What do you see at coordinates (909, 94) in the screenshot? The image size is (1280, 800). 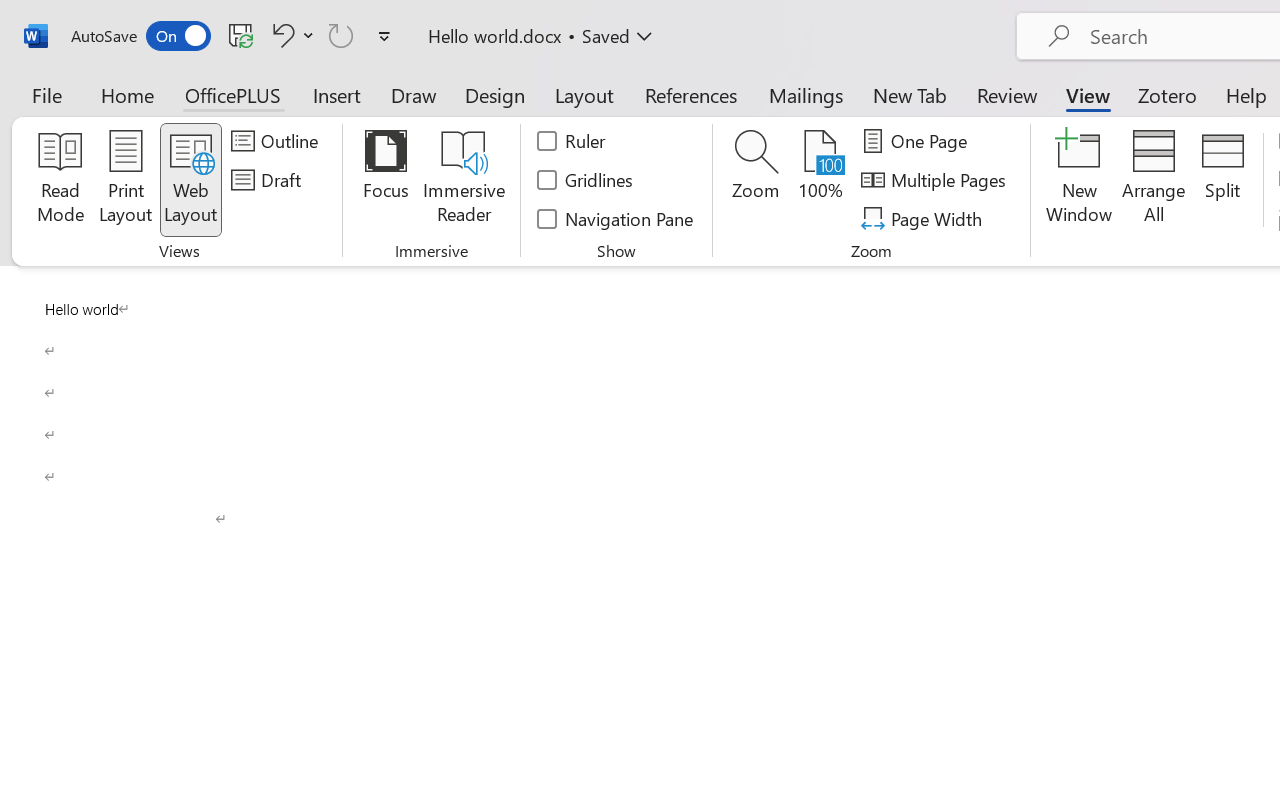 I see `'New Tab'` at bounding box center [909, 94].